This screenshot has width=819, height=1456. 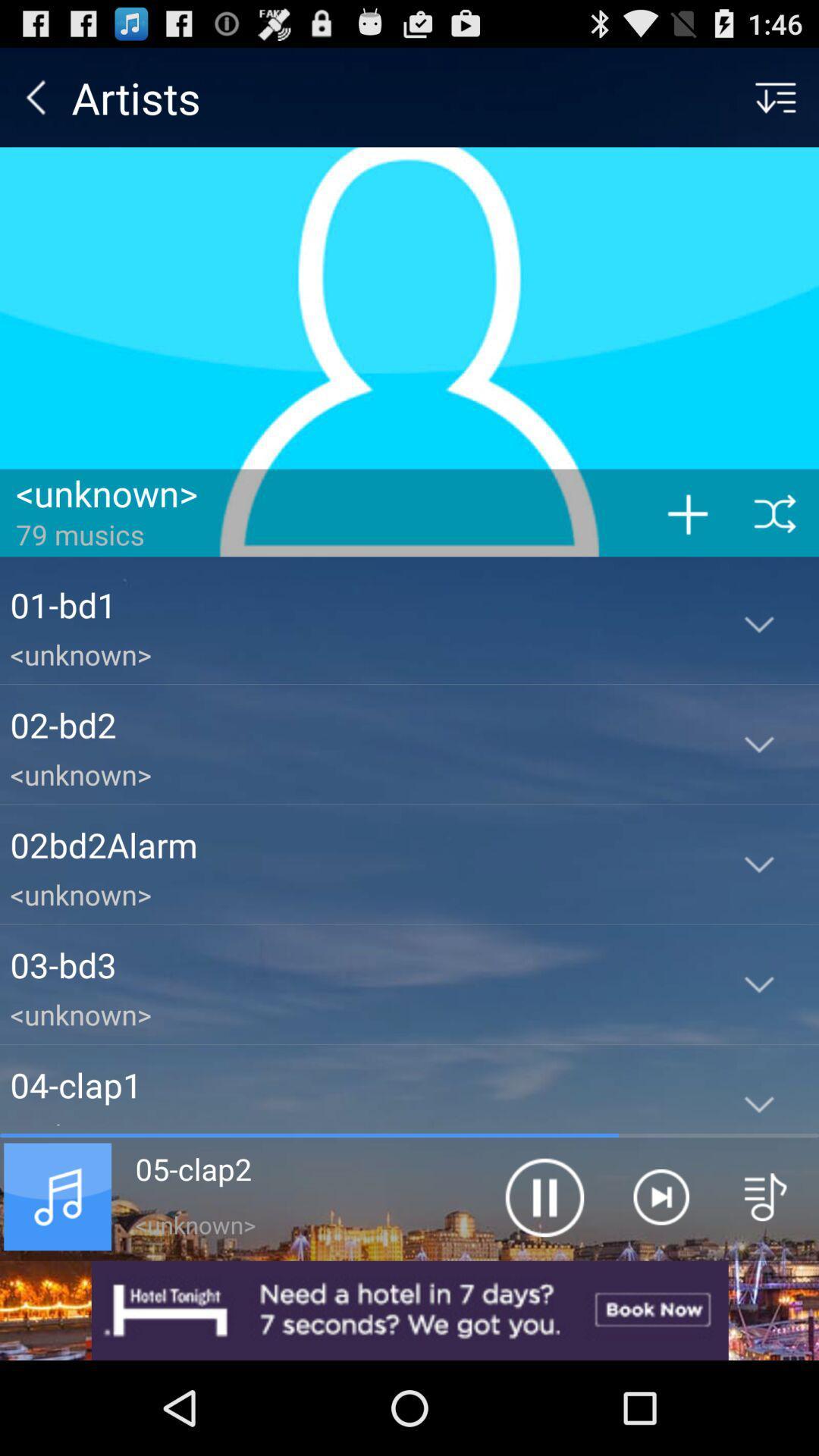 I want to click on the item above <unknown> item, so click(x=354, y=723).